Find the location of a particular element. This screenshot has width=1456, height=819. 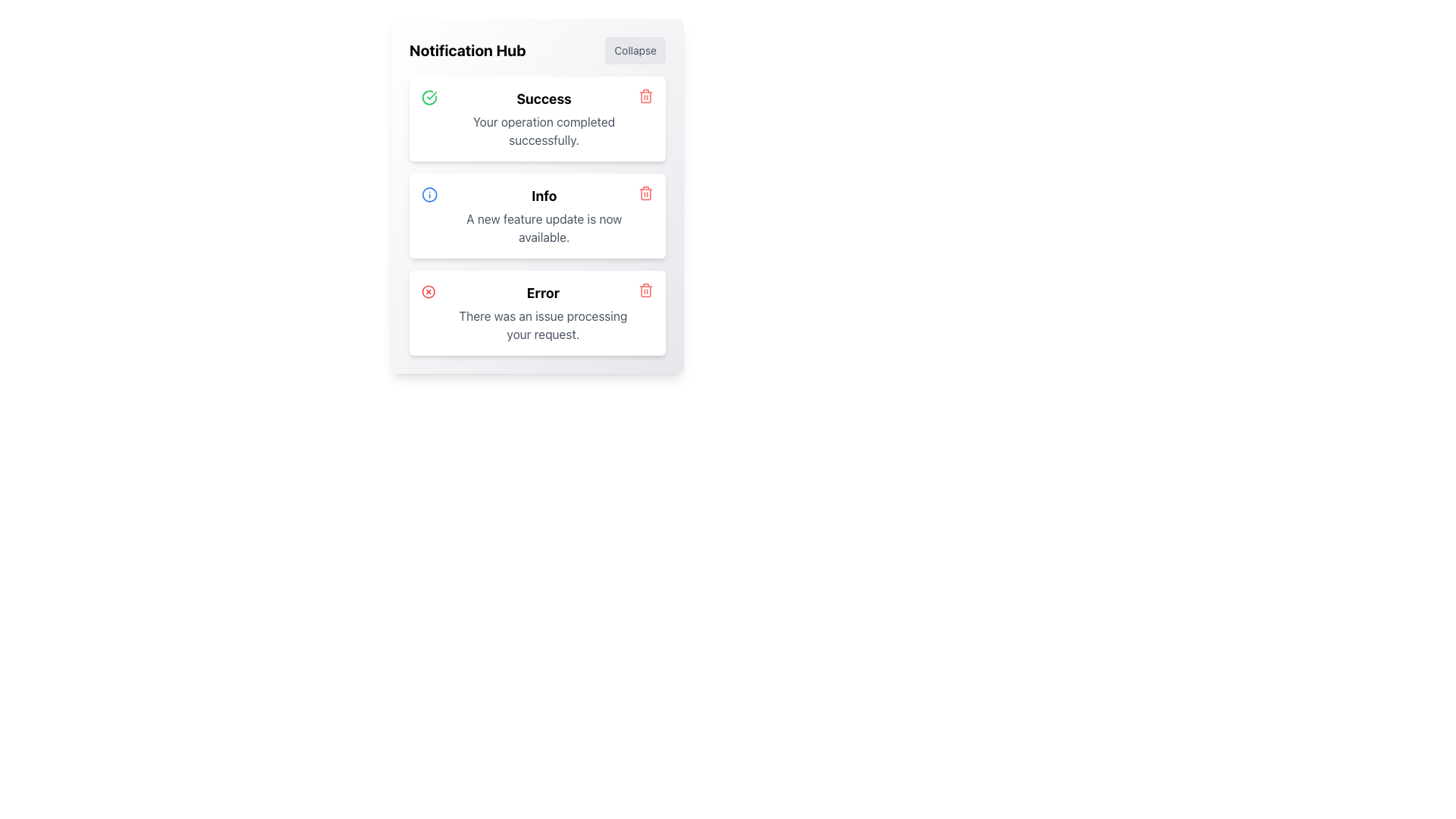

notification message indicating a successful operation, which includes a bold 'Success' summary and additional details, located in the topmost card of the notification hub is located at coordinates (544, 118).